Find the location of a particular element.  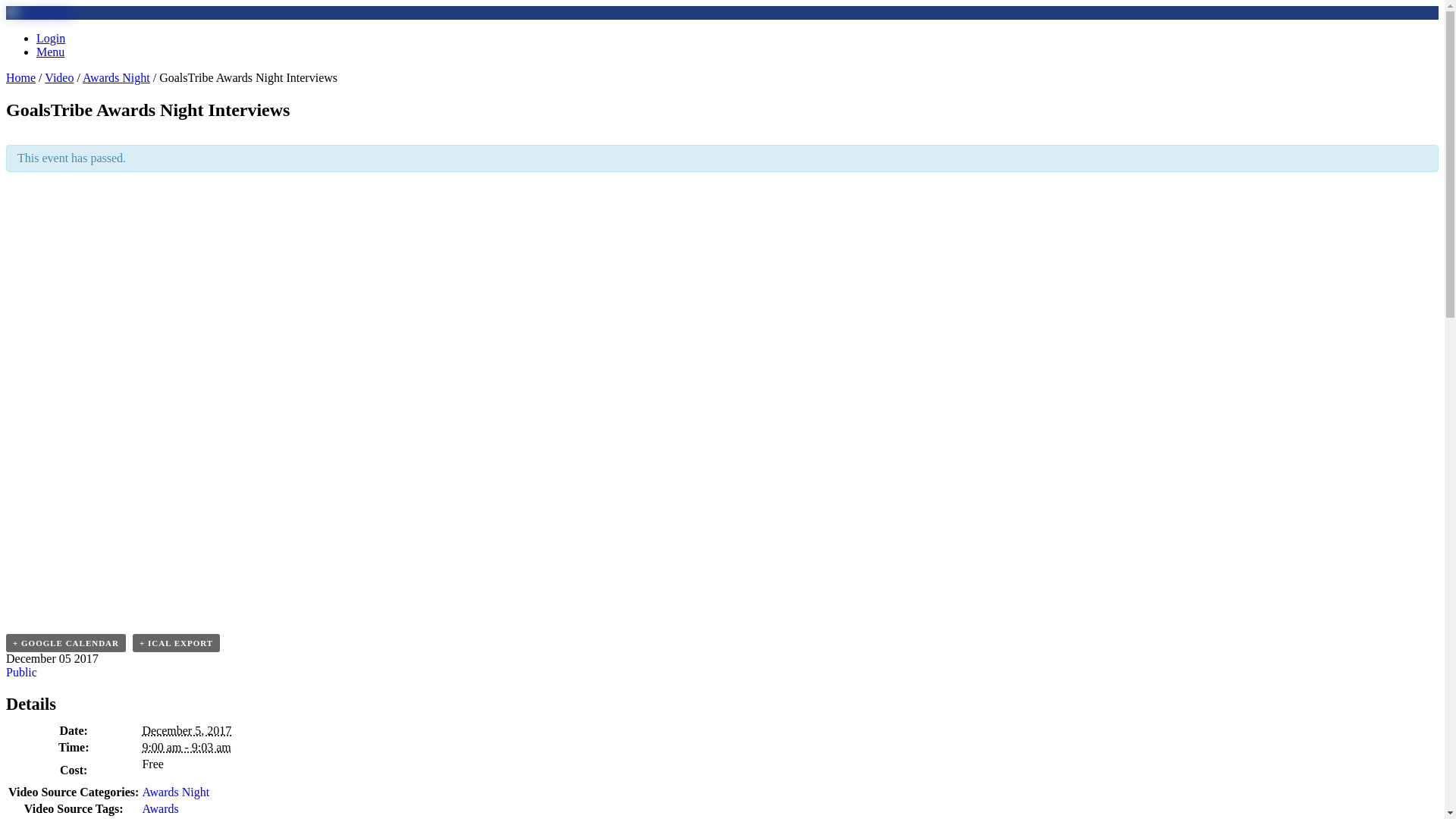

'Video' is located at coordinates (44, 77).